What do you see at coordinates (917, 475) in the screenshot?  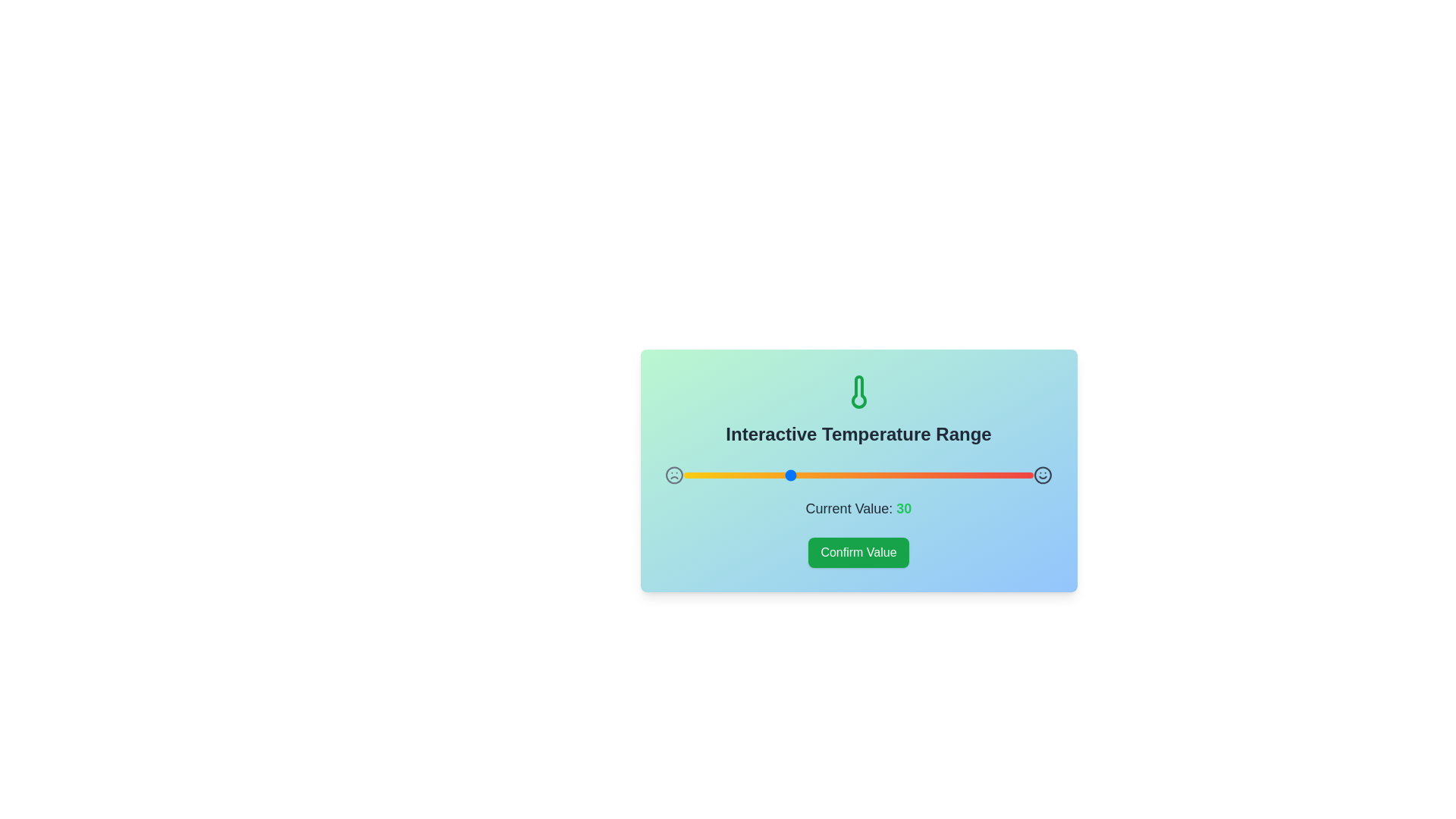 I see `the range slider to set the value to 67` at bounding box center [917, 475].